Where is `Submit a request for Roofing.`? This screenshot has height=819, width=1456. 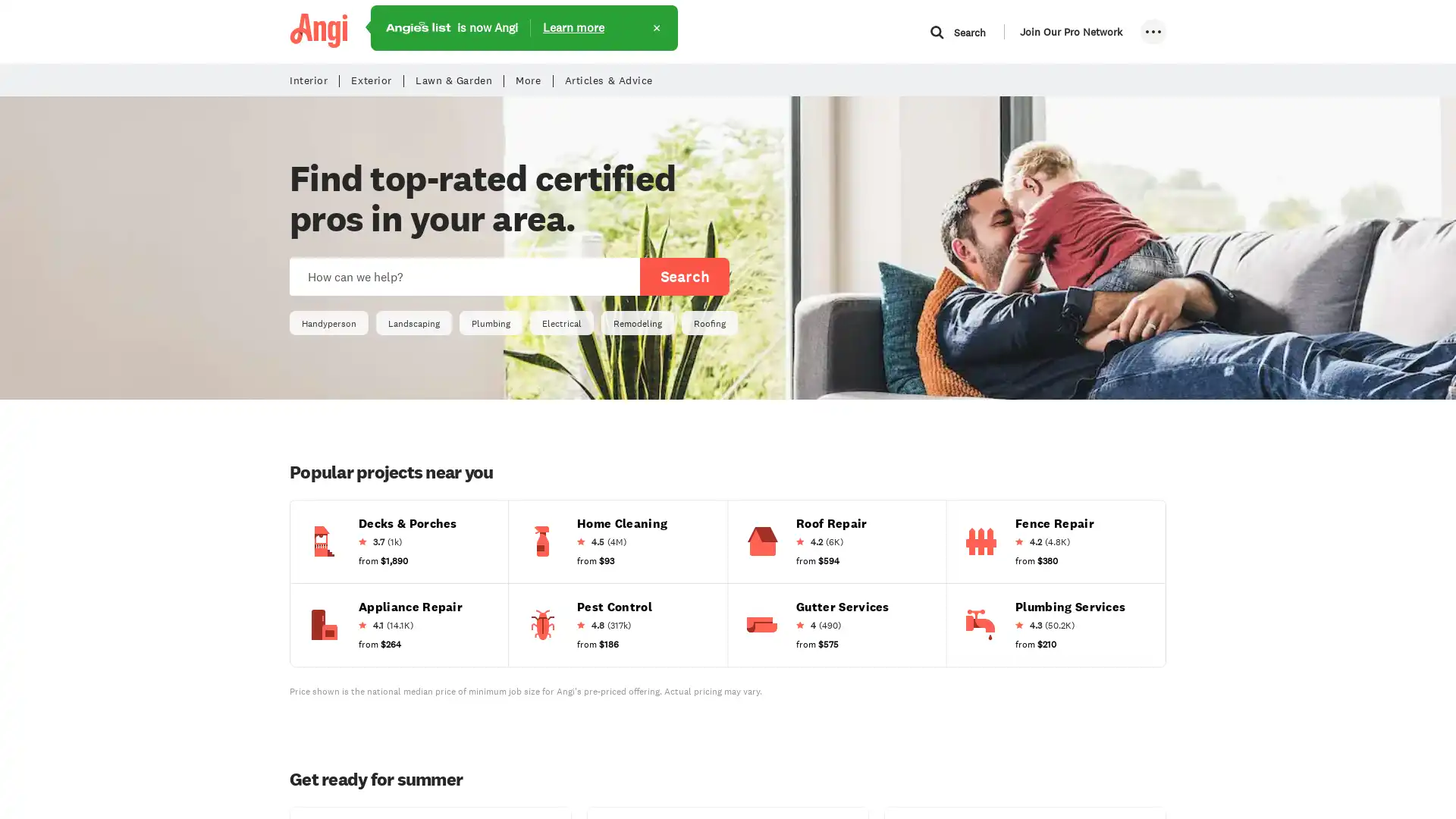 Submit a request for Roofing. is located at coordinates (709, 322).